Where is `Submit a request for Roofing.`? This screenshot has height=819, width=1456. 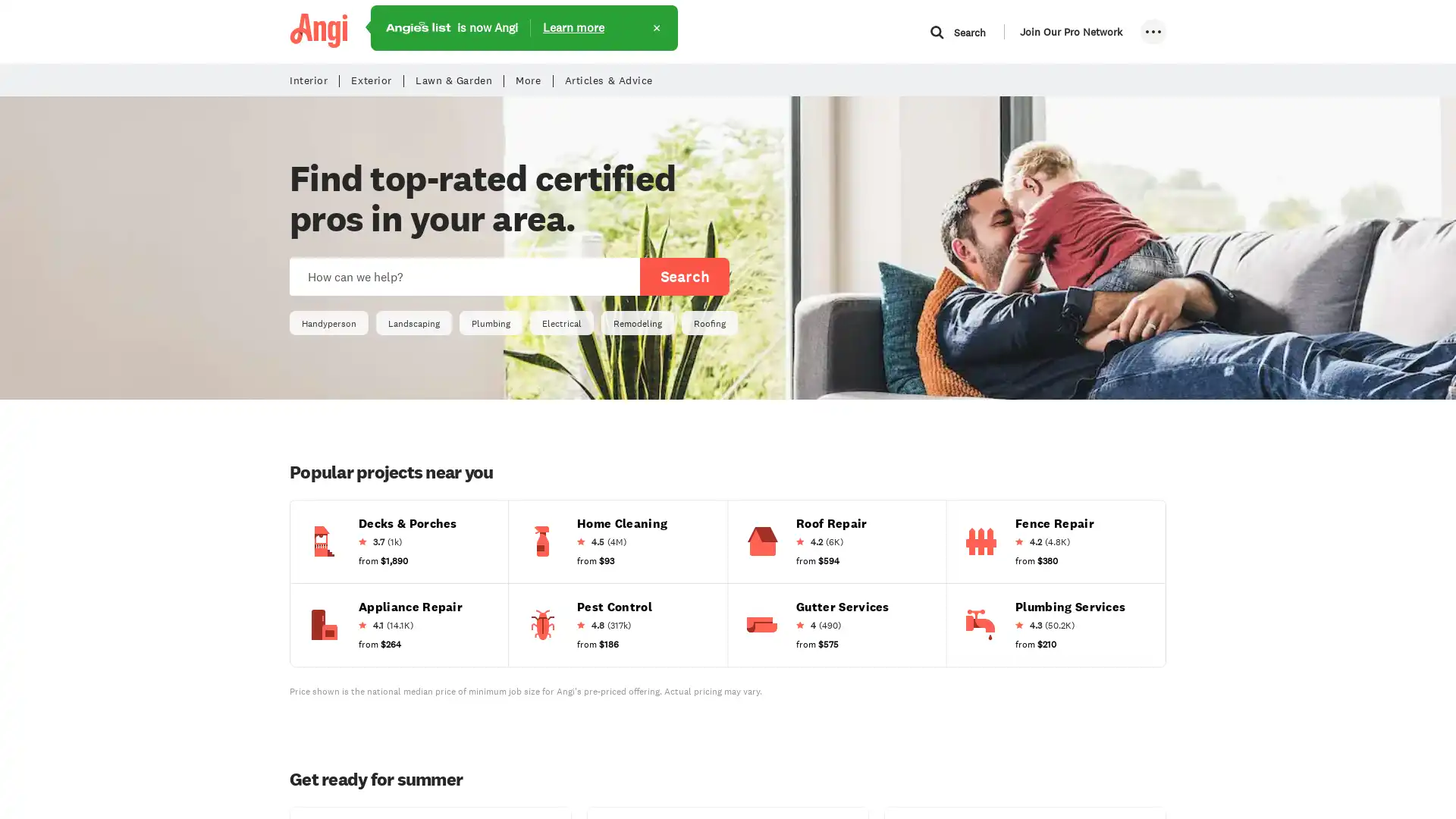 Submit a request for Roofing. is located at coordinates (709, 322).